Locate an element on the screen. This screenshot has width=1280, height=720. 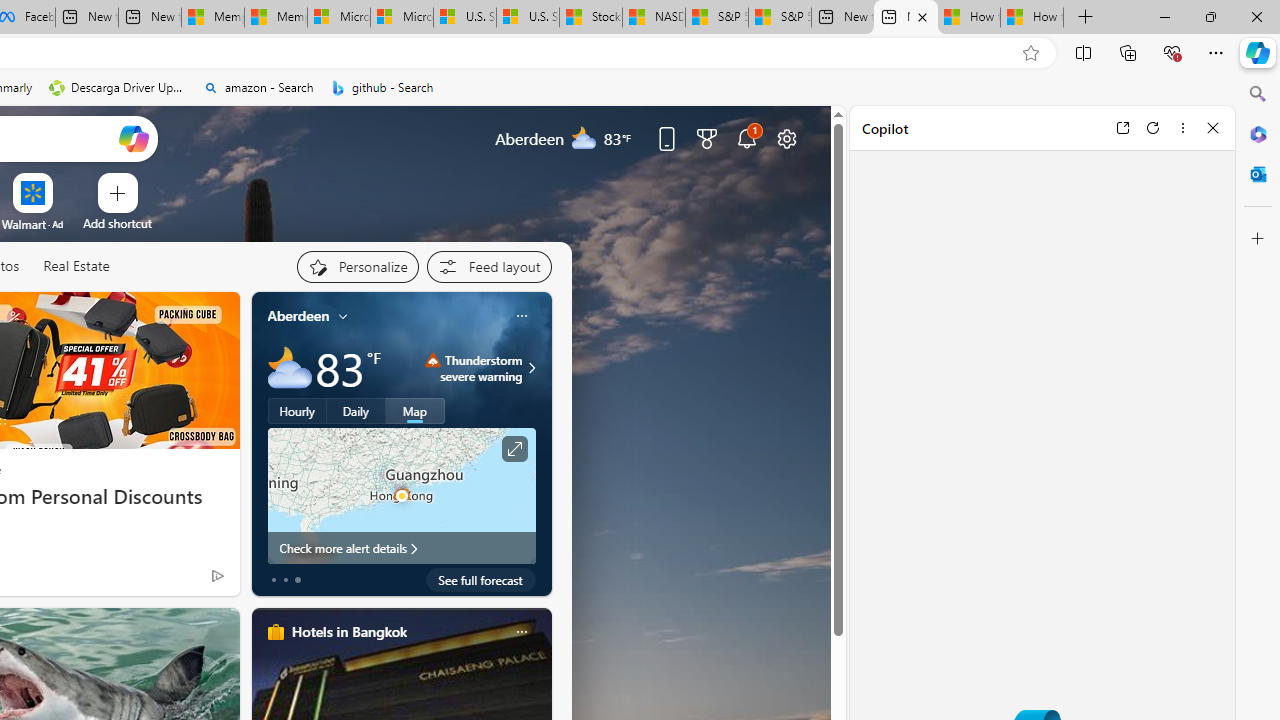
'Daily' is located at coordinates (356, 410).